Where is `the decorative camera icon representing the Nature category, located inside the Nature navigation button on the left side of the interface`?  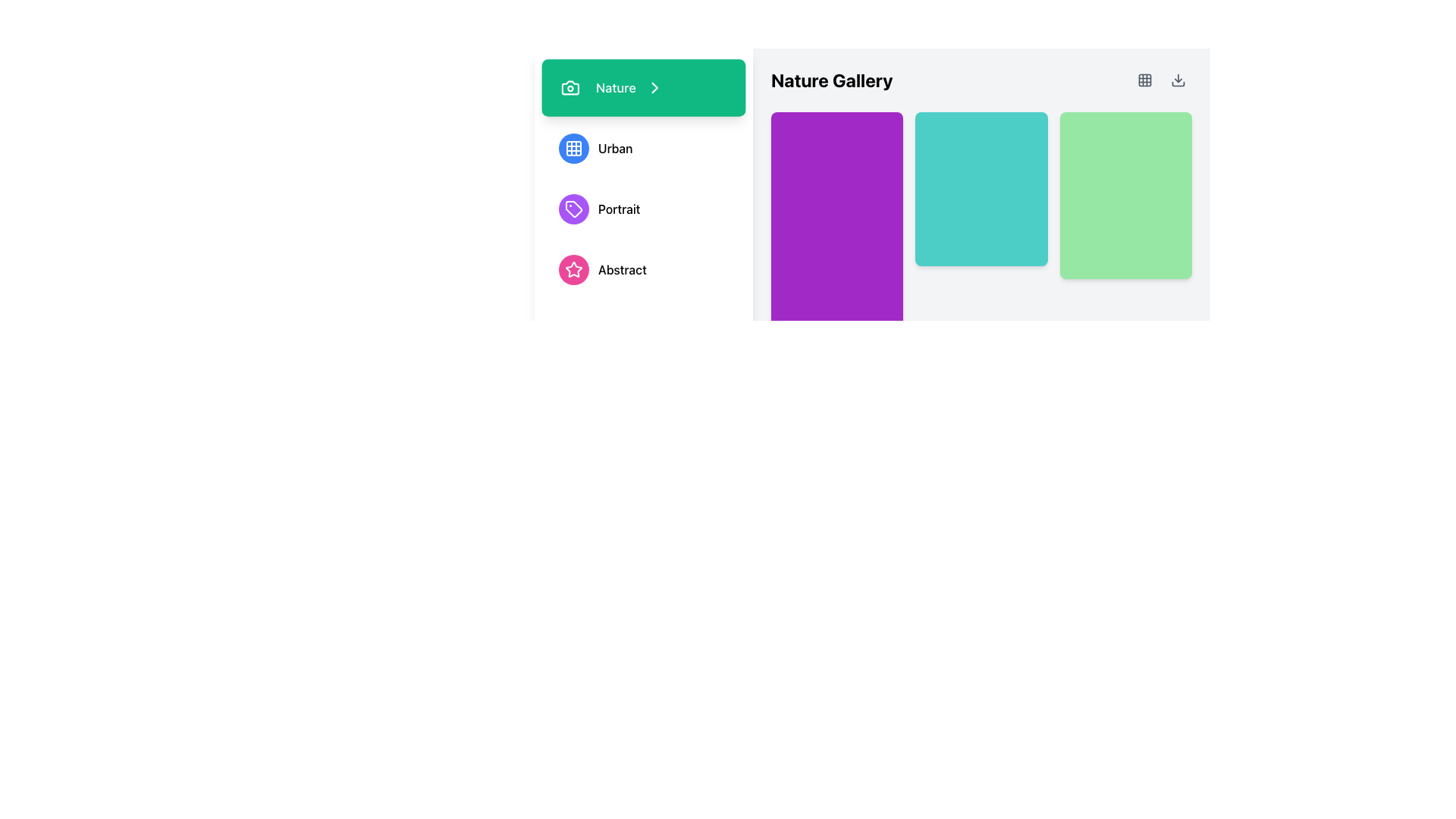
the decorative camera icon representing the Nature category, located inside the Nature navigation button on the left side of the interface is located at coordinates (570, 87).